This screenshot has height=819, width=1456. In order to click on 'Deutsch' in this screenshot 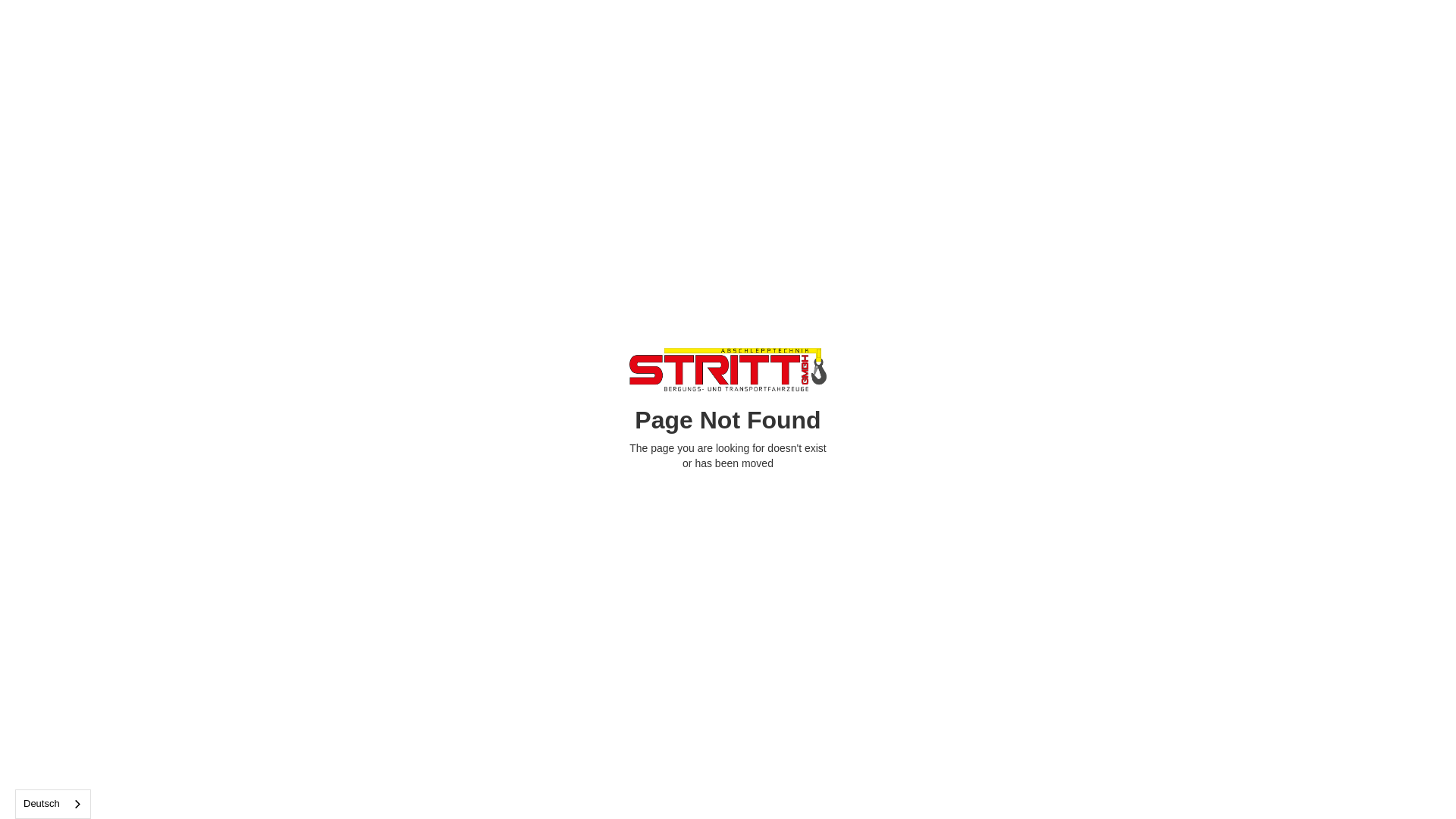, I will do `click(15, 803)`.